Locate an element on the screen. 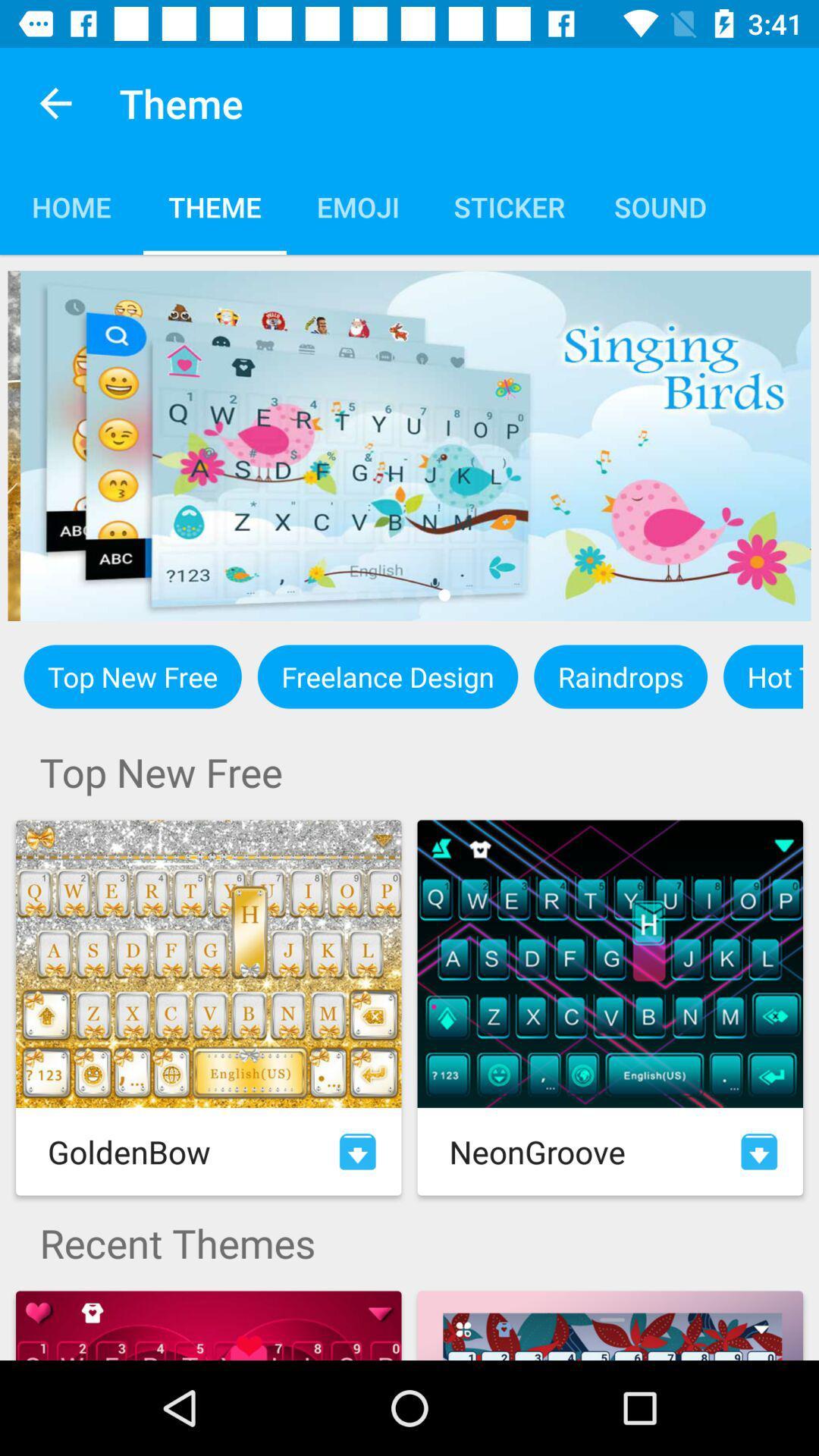 This screenshot has width=819, height=1456. item to the right of the freelance design item is located at coordinates (620, 676).